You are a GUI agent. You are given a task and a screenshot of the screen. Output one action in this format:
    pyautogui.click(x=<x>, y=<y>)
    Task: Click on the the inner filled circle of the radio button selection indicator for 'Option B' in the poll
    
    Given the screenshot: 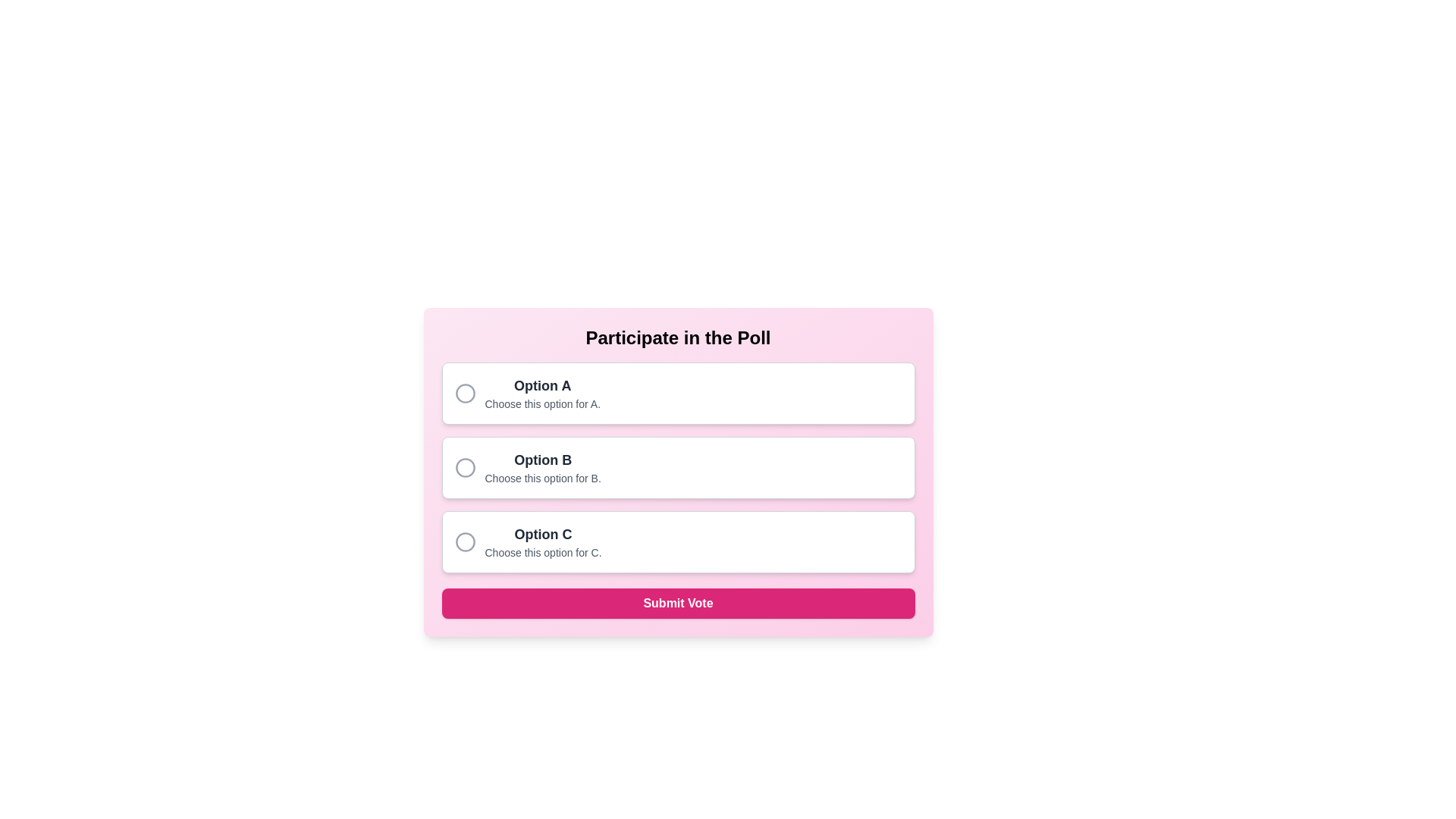 What is the action you would take?
    pyautogui.click(x=464, y=467)
    